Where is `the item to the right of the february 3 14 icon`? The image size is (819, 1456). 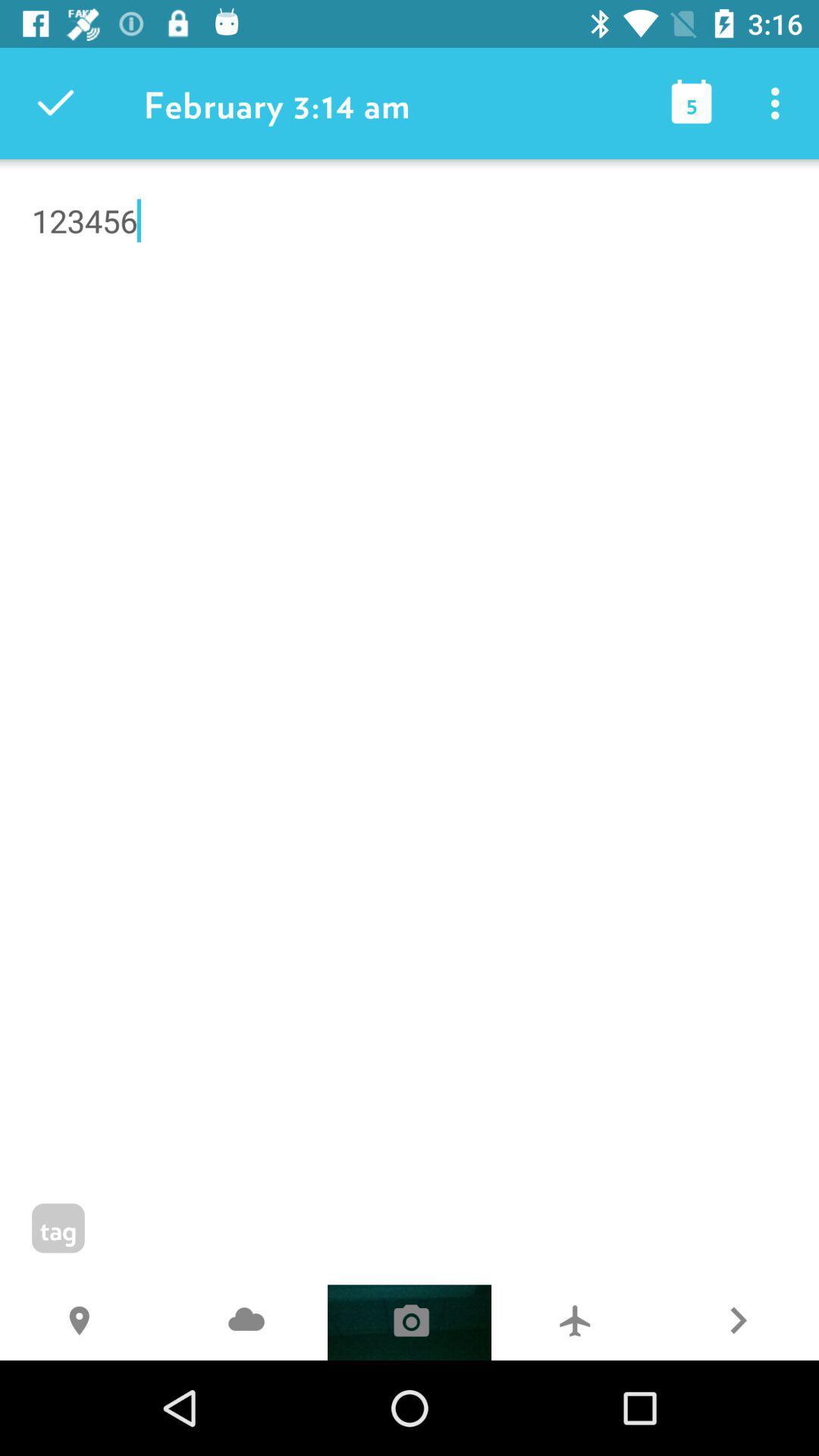 the item to the right of the february 3 14 icon is located at coordinates (691, 102).